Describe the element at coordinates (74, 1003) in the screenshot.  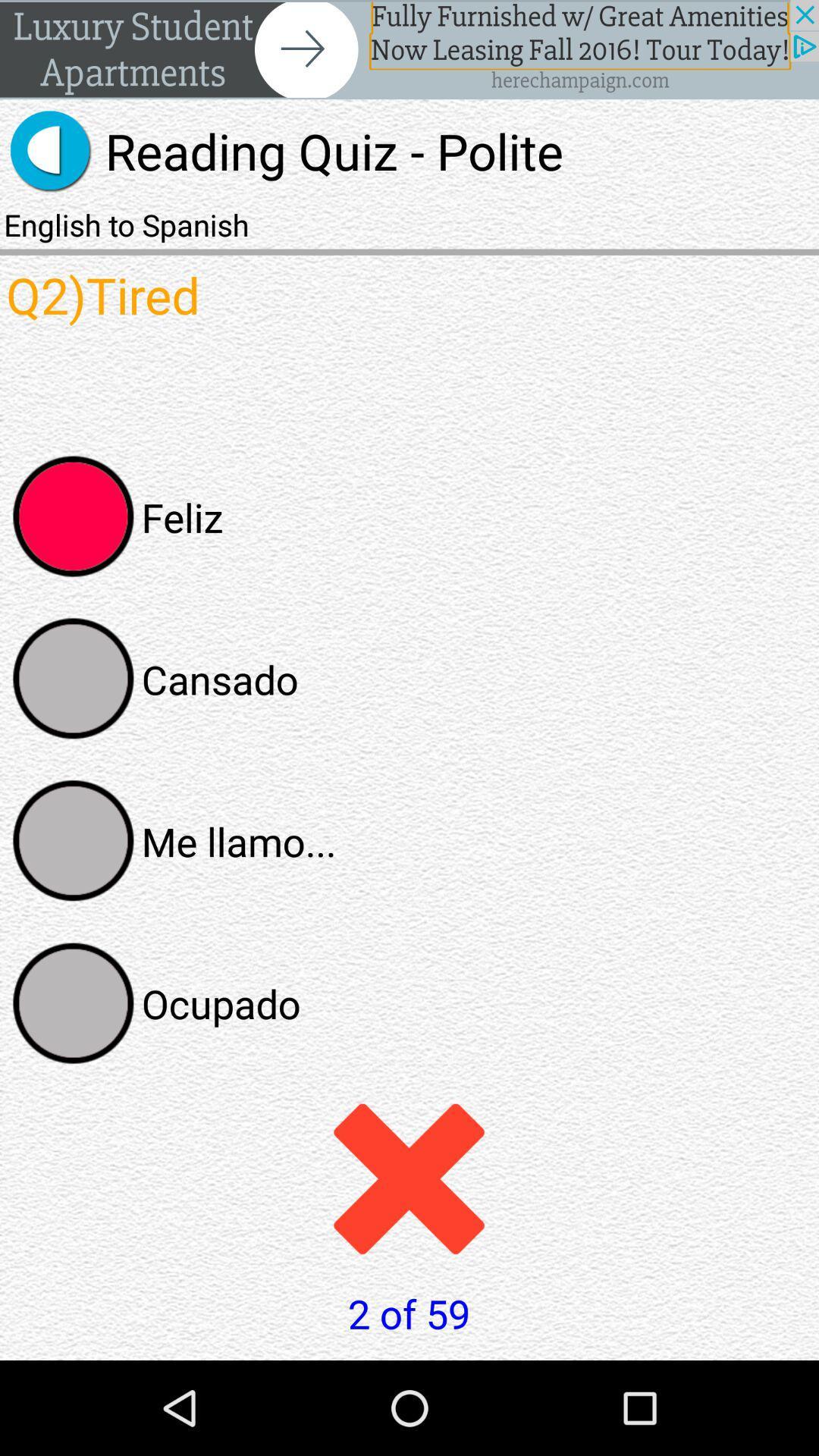
I see `the word` at that location.